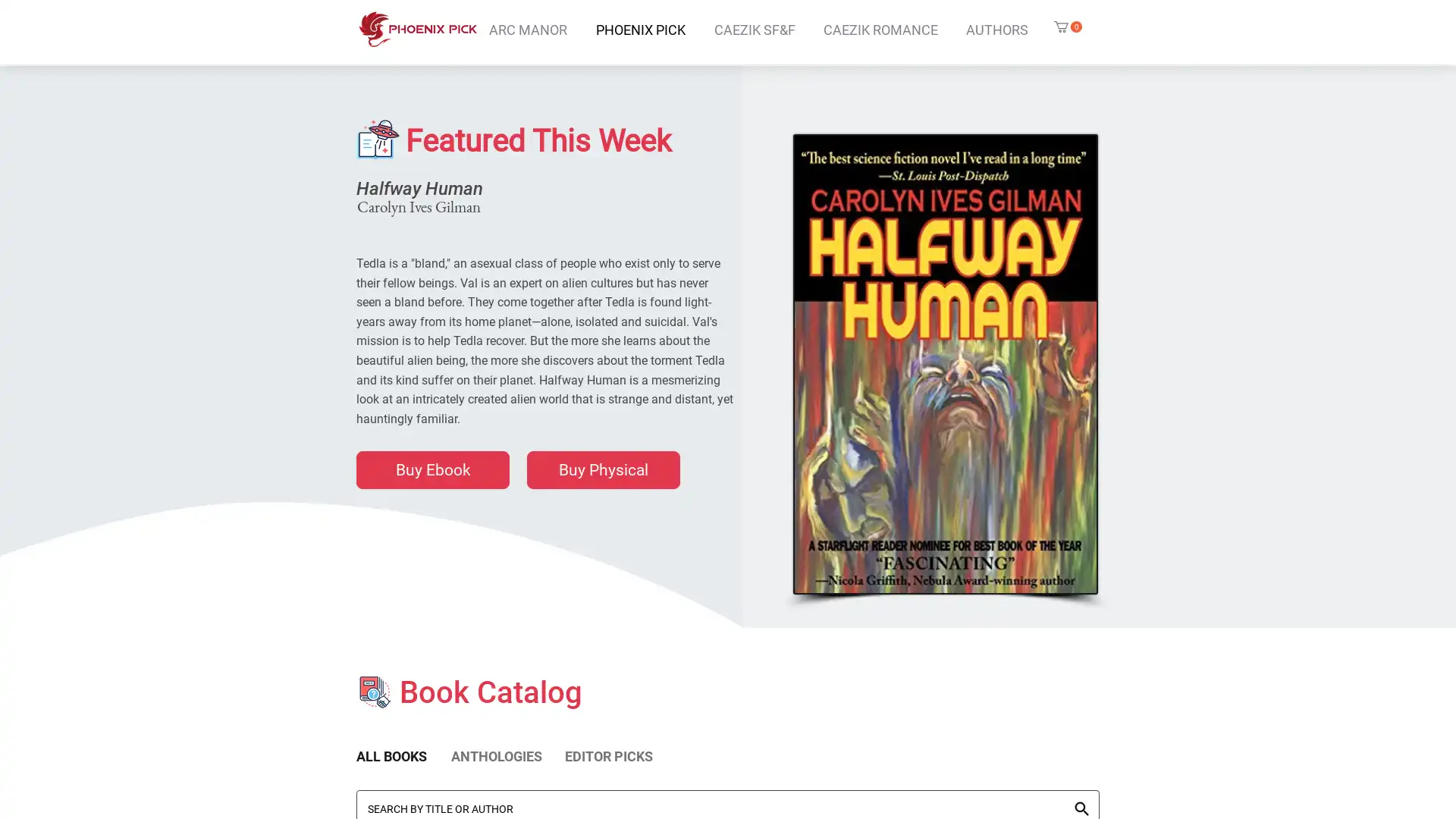 The width and height of the screenshot is (1456, 819). What do you see at coordinates (629, 757) in the screenshot?
I see `EDITOR PICKS` at bounding box center [629, 757].